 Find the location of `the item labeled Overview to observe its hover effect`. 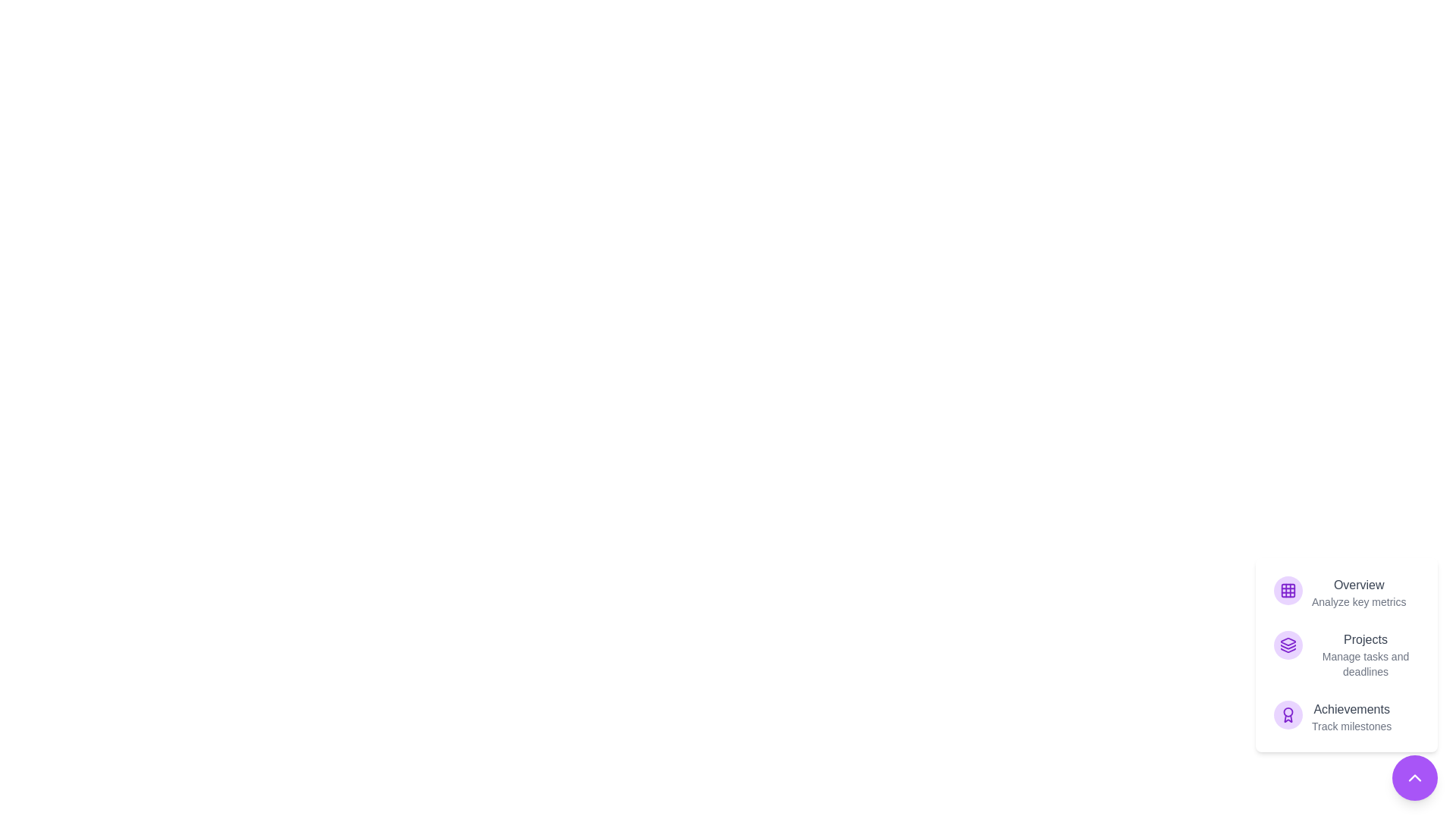

the item labeled Overview to observe its hover effect is located at coordinates (1347, 592).